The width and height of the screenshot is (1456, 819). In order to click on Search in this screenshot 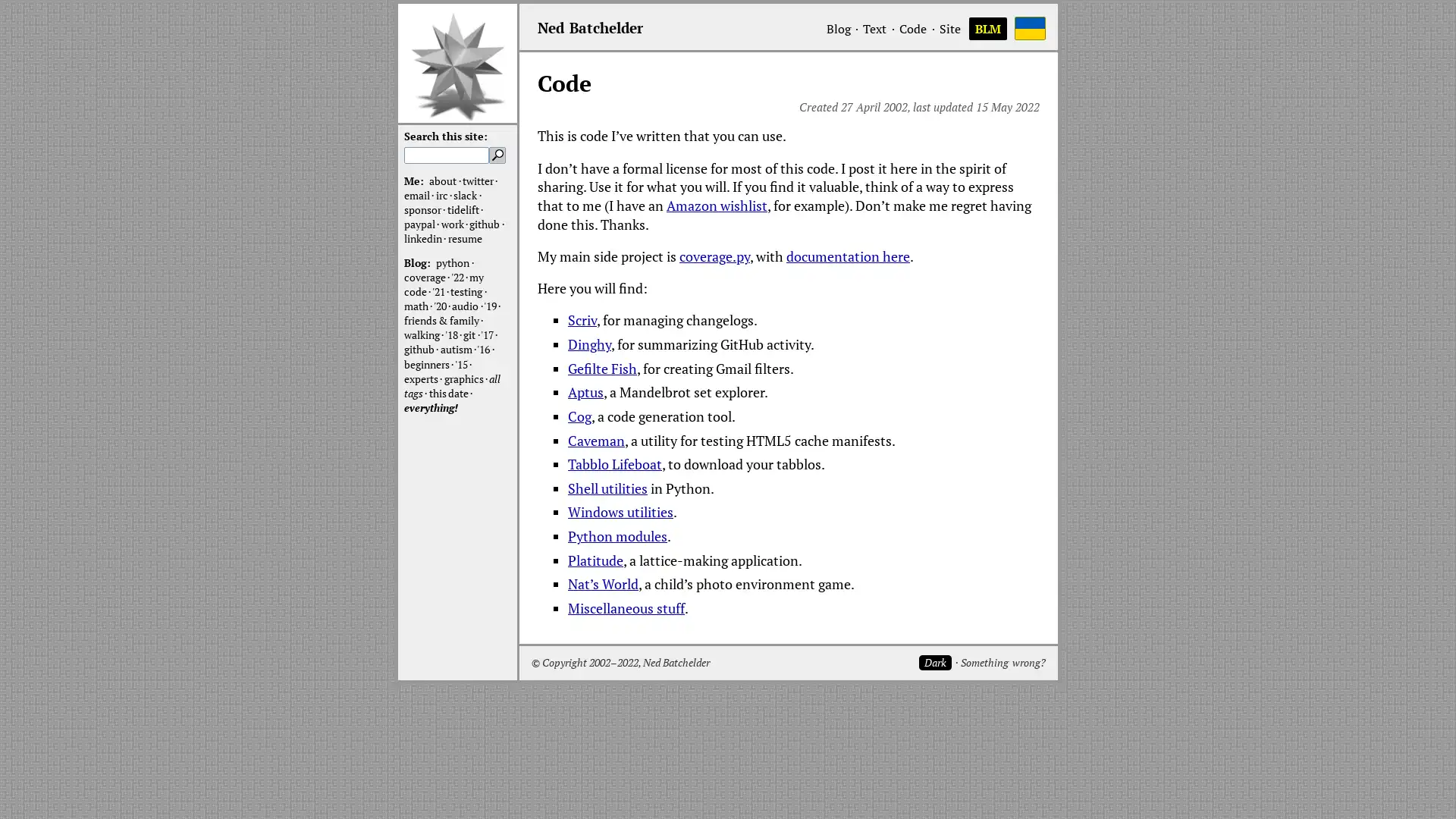, I will do `click(497, 155)`.